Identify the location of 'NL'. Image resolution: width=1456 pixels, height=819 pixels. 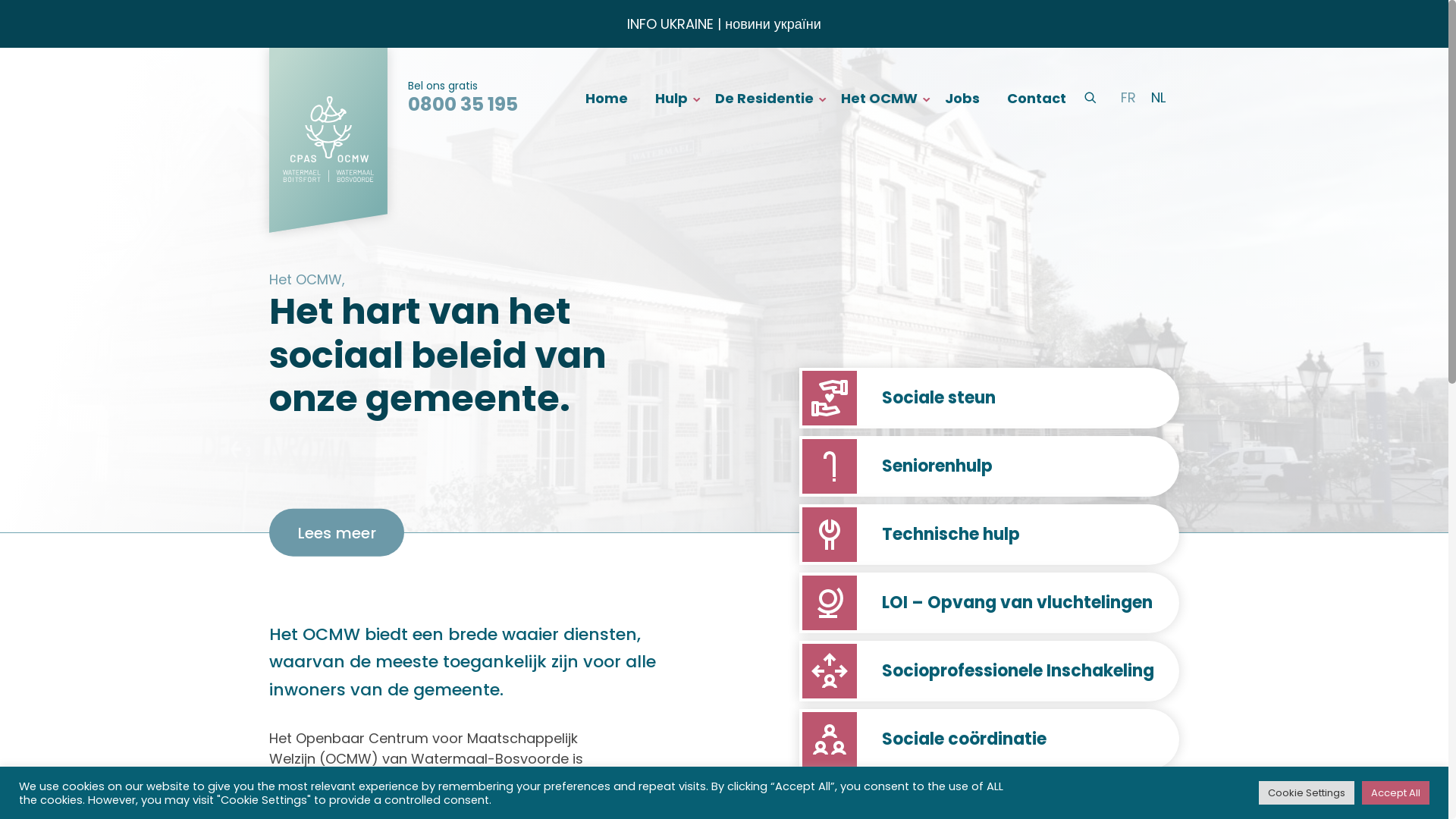
(1157, 97).